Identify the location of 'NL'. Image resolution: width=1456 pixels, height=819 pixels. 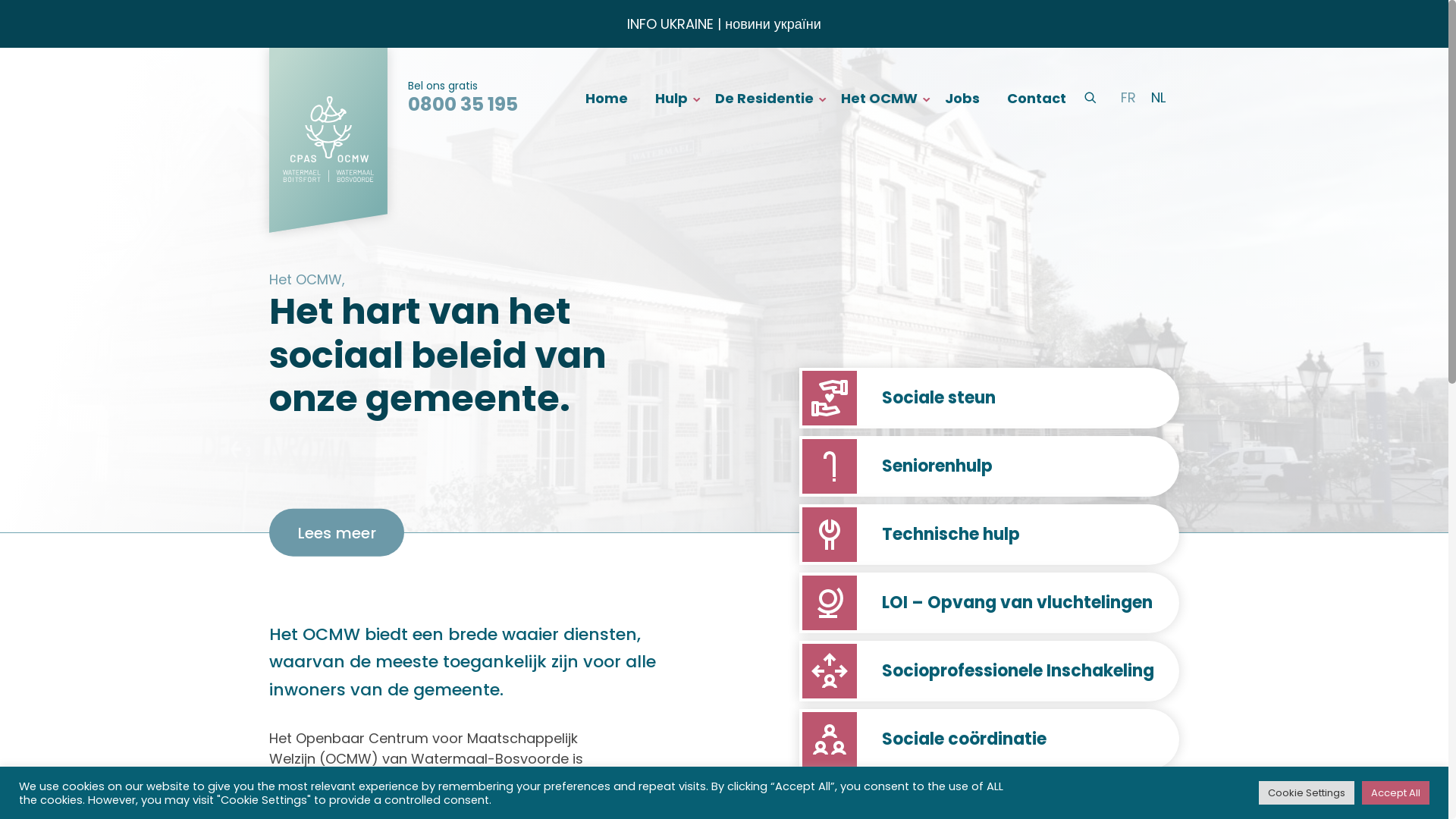
(1157, 97).